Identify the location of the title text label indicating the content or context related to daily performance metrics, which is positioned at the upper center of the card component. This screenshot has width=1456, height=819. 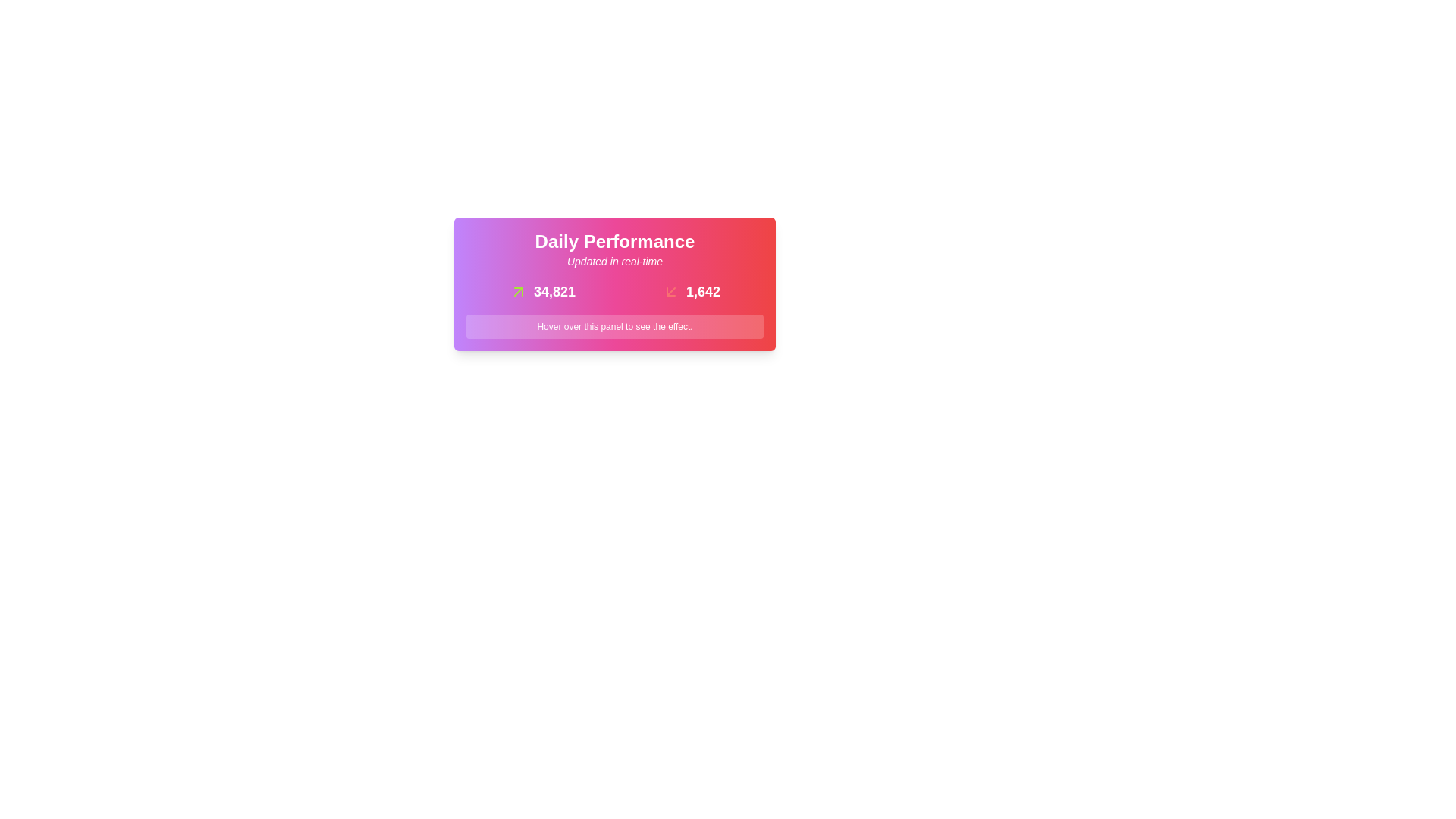
(615, 241).